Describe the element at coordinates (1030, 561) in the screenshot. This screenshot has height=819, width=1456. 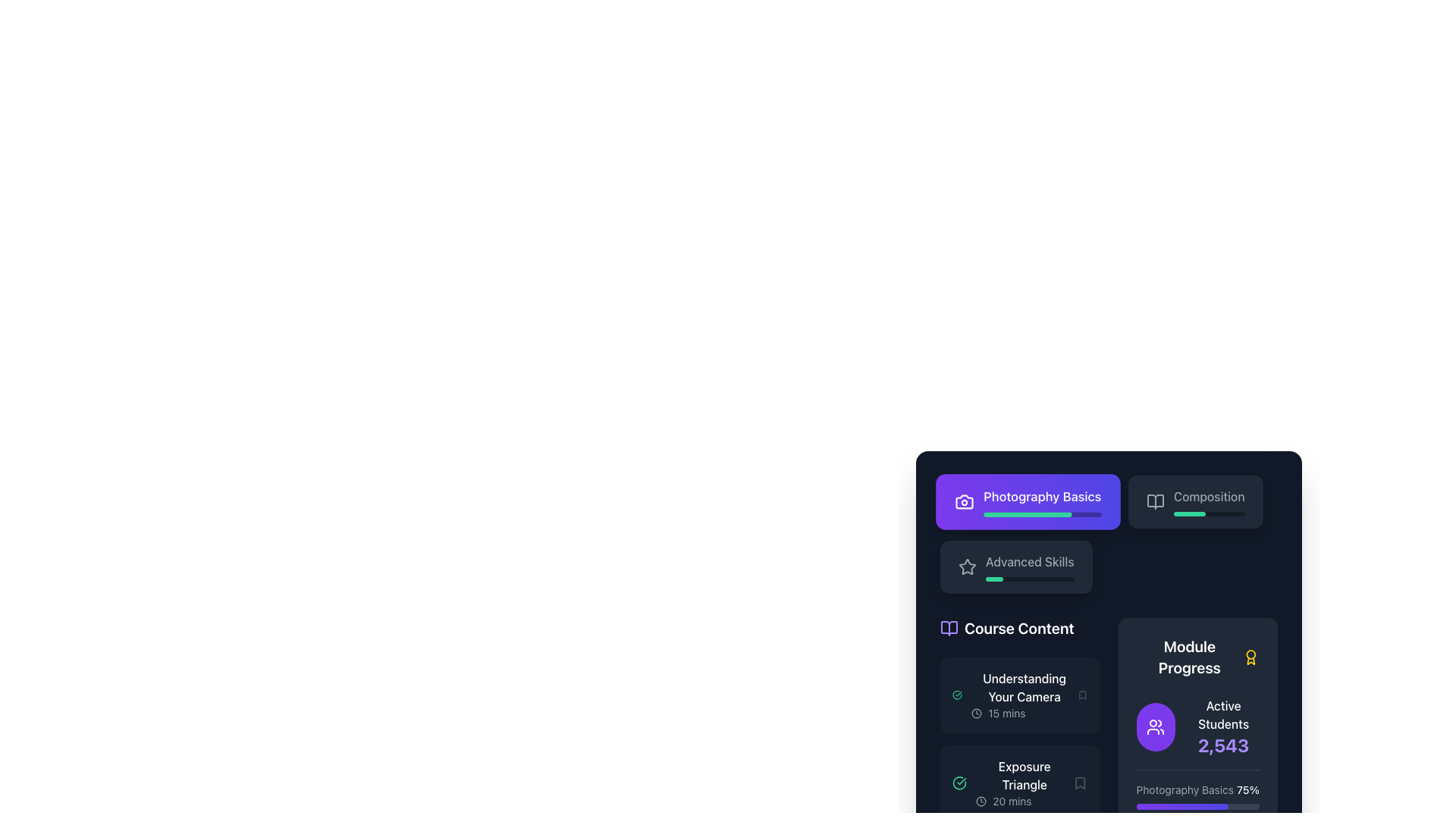
I see `the 'Advanced Skills' text label, which is displayed in a medium-weight font and styled in white or light gray against a dark background, located adjacent to a star icon and above a progress bar` at that location.